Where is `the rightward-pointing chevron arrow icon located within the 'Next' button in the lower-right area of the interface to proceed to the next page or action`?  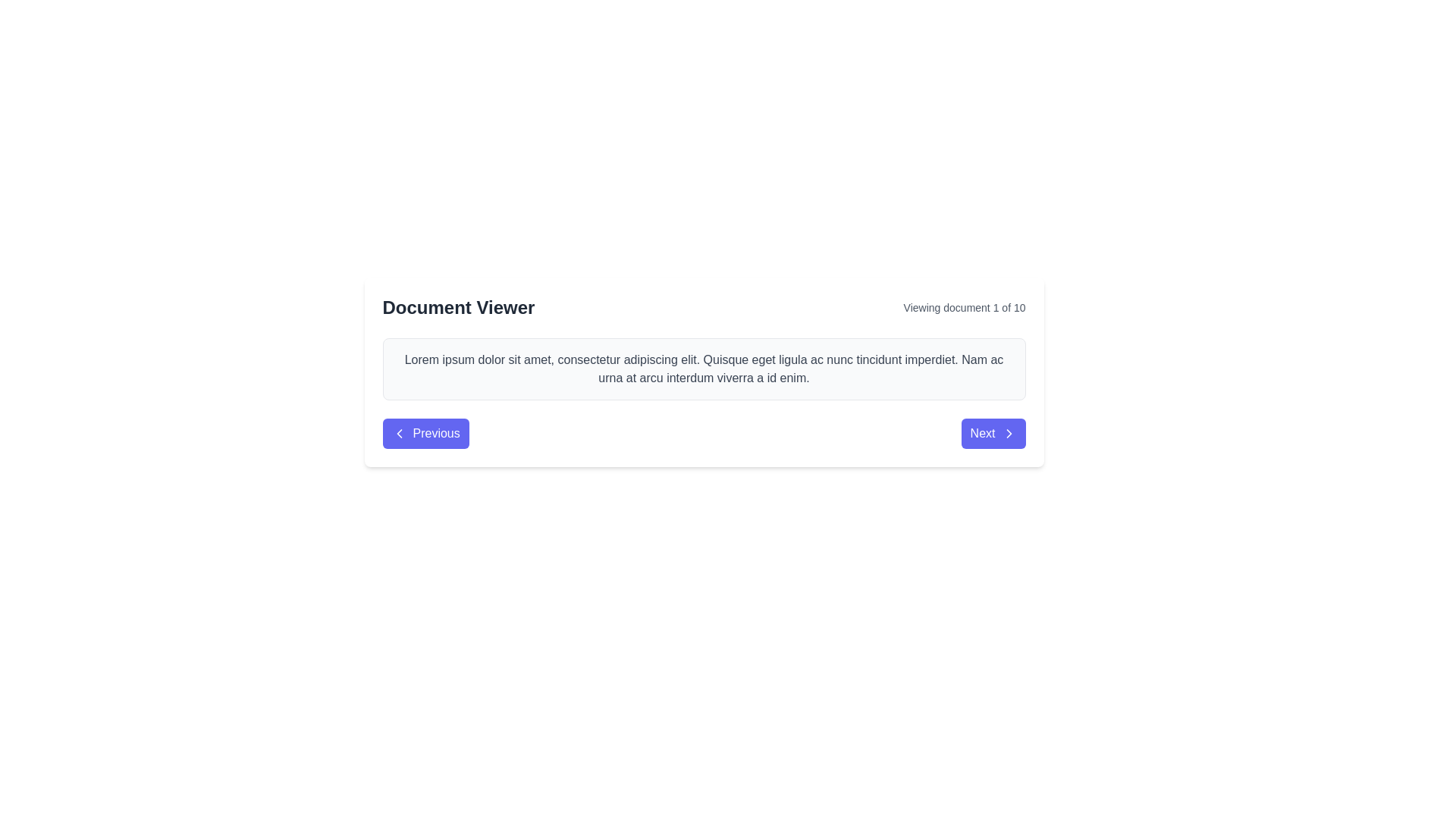 the rightward-pointing chevron arrow icon located within the 'Next' button in the lower-right area of the interface to proceed to the next page or action is located at coordinates (1009, 433).